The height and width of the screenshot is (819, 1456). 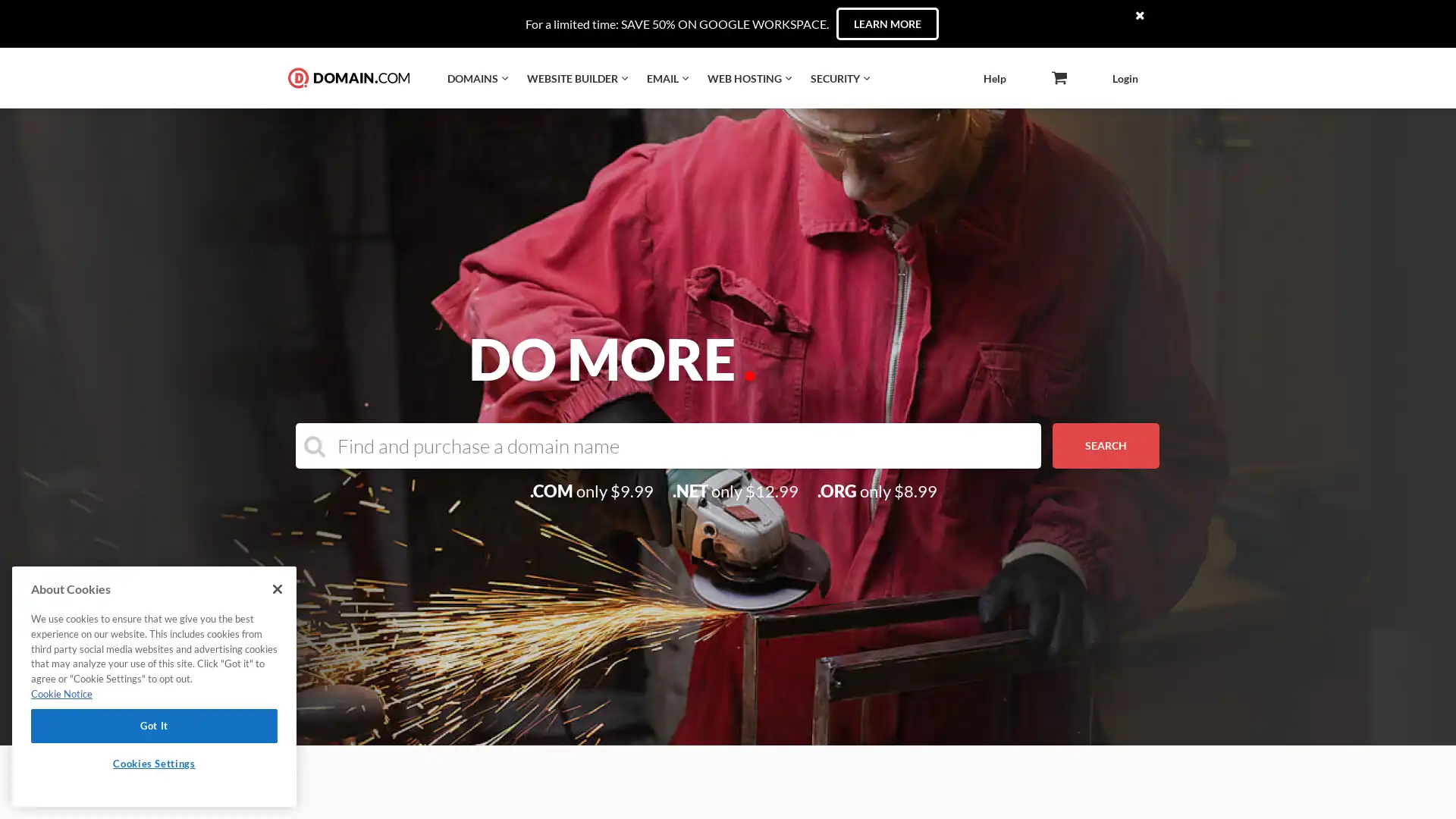 I want to click on SEARCH, so click(x=1106, y=444).